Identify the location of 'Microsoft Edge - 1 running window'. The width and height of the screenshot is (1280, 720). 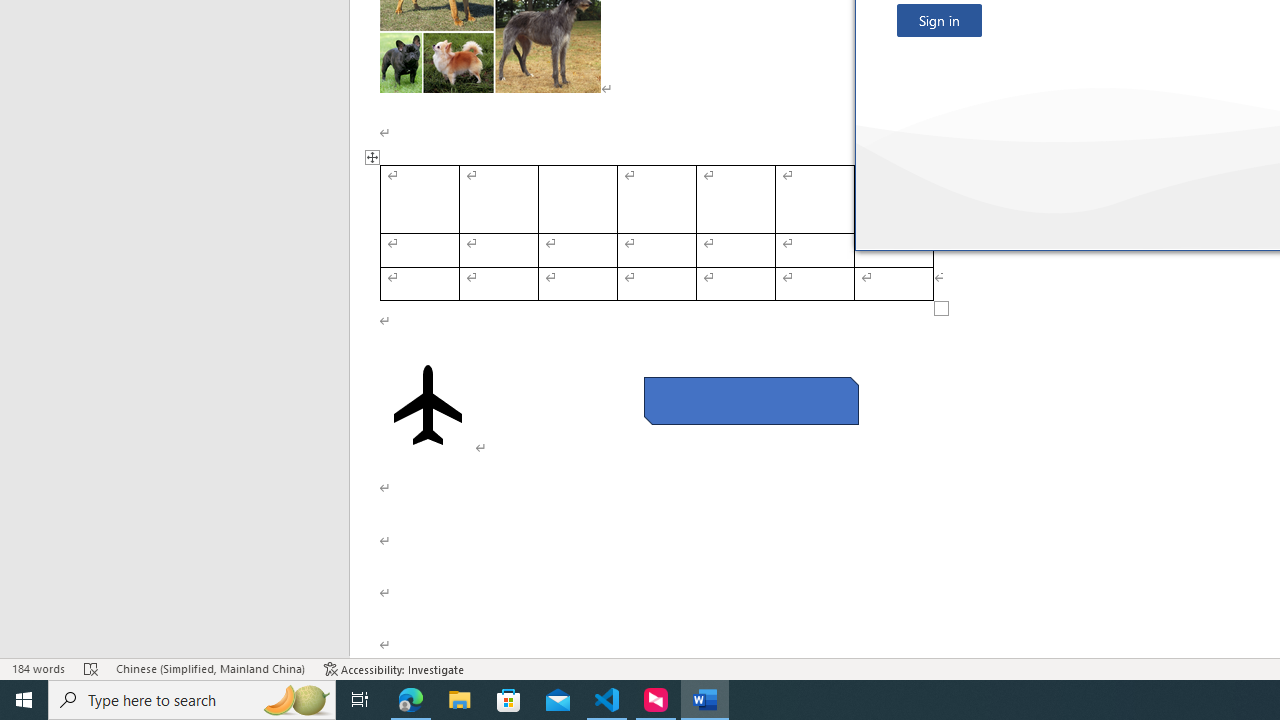
(410, 698).